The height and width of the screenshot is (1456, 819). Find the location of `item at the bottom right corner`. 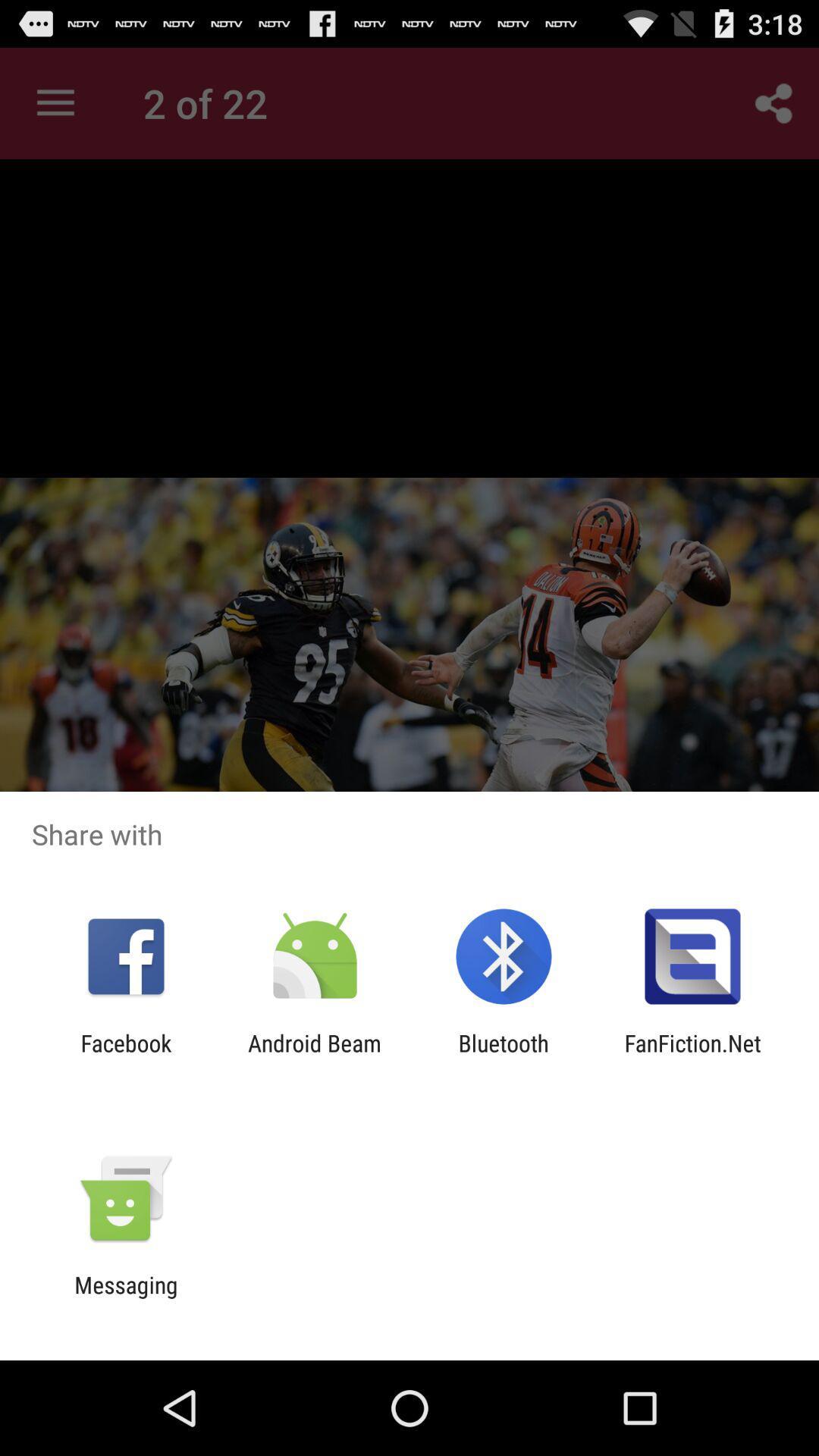

item at the bottom right corner is located at coordinates (692, 1056).